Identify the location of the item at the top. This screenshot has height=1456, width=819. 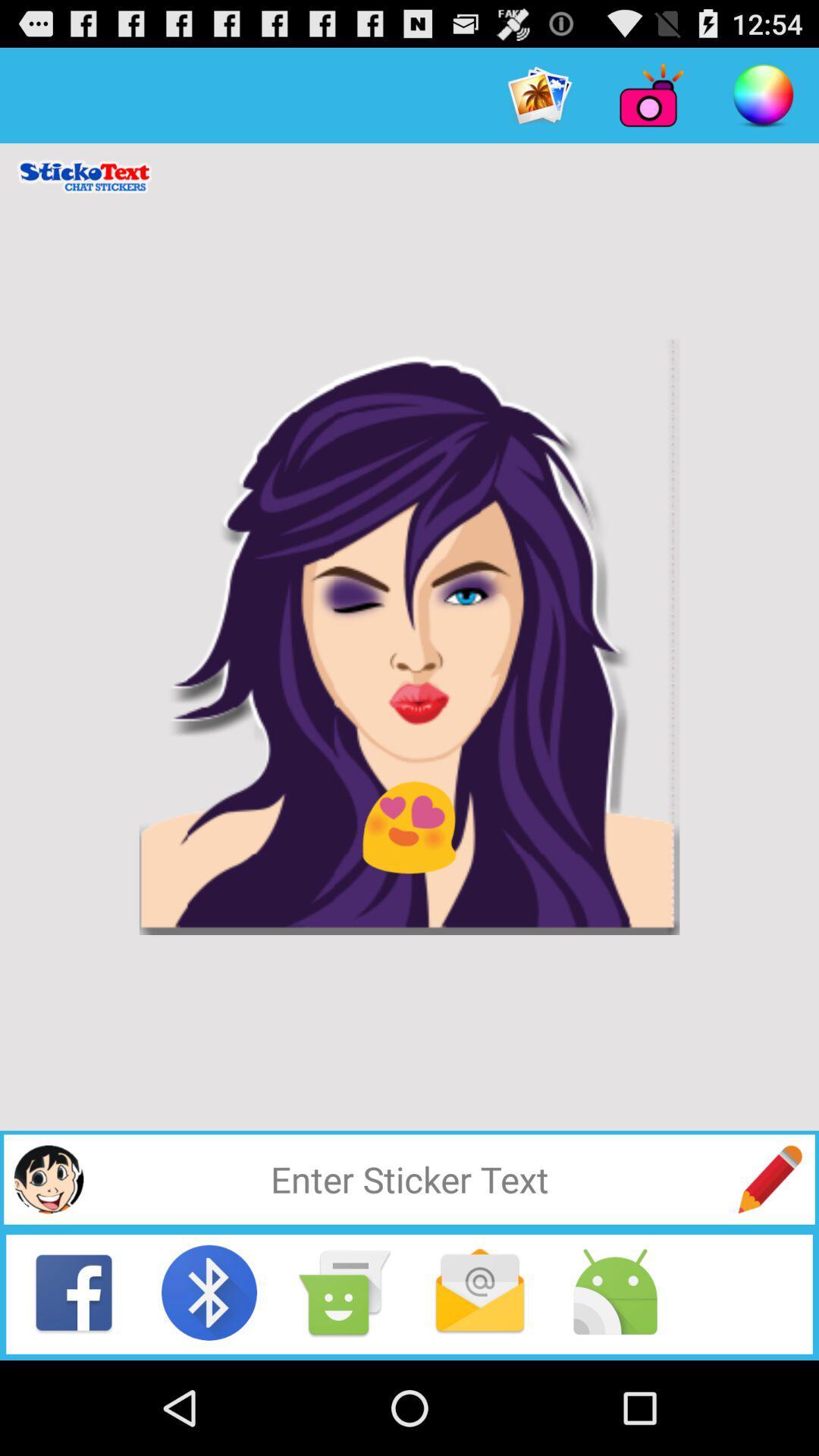
(539, 94).